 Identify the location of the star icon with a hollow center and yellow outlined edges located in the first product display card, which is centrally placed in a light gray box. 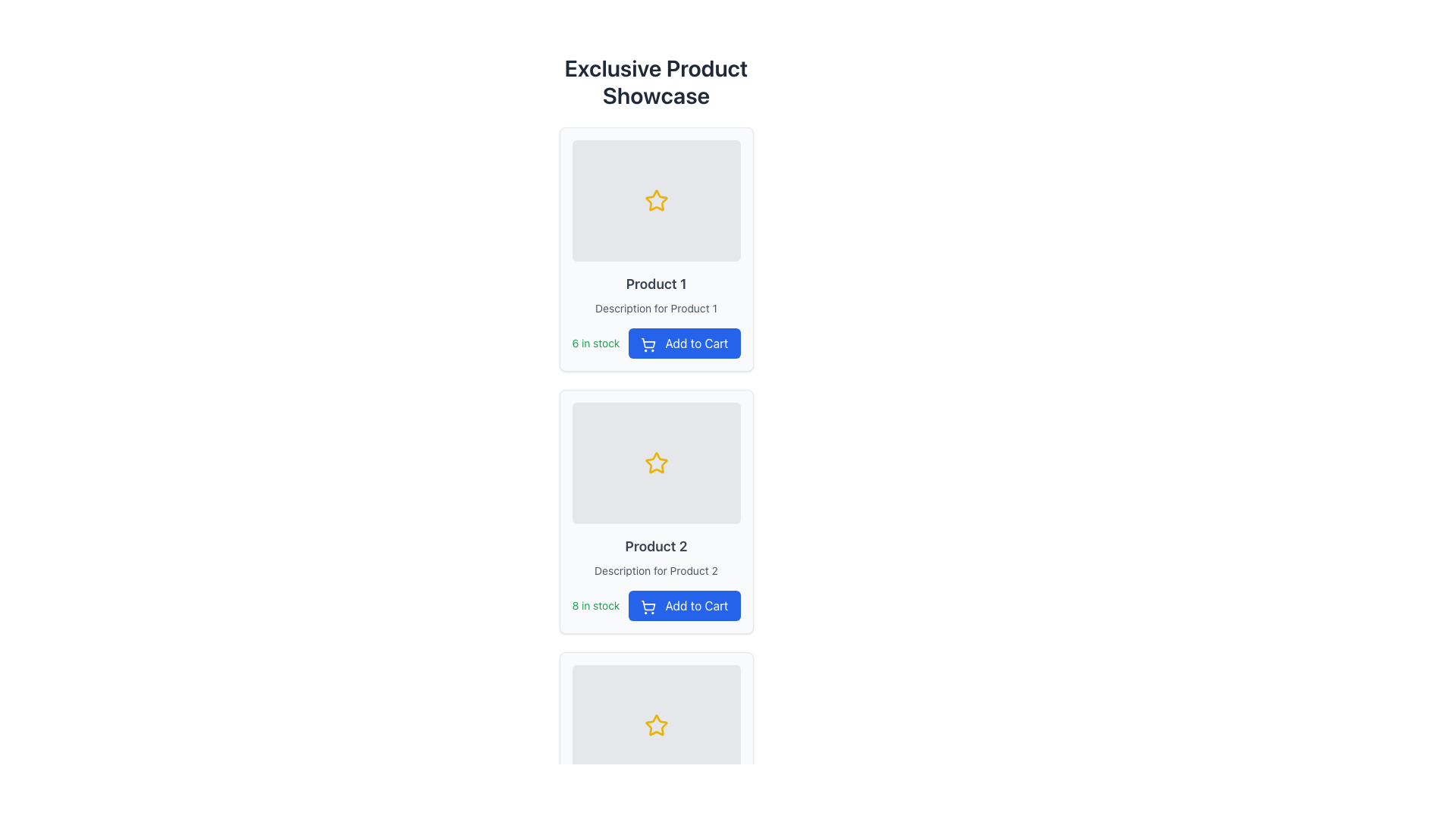
(656, 200).